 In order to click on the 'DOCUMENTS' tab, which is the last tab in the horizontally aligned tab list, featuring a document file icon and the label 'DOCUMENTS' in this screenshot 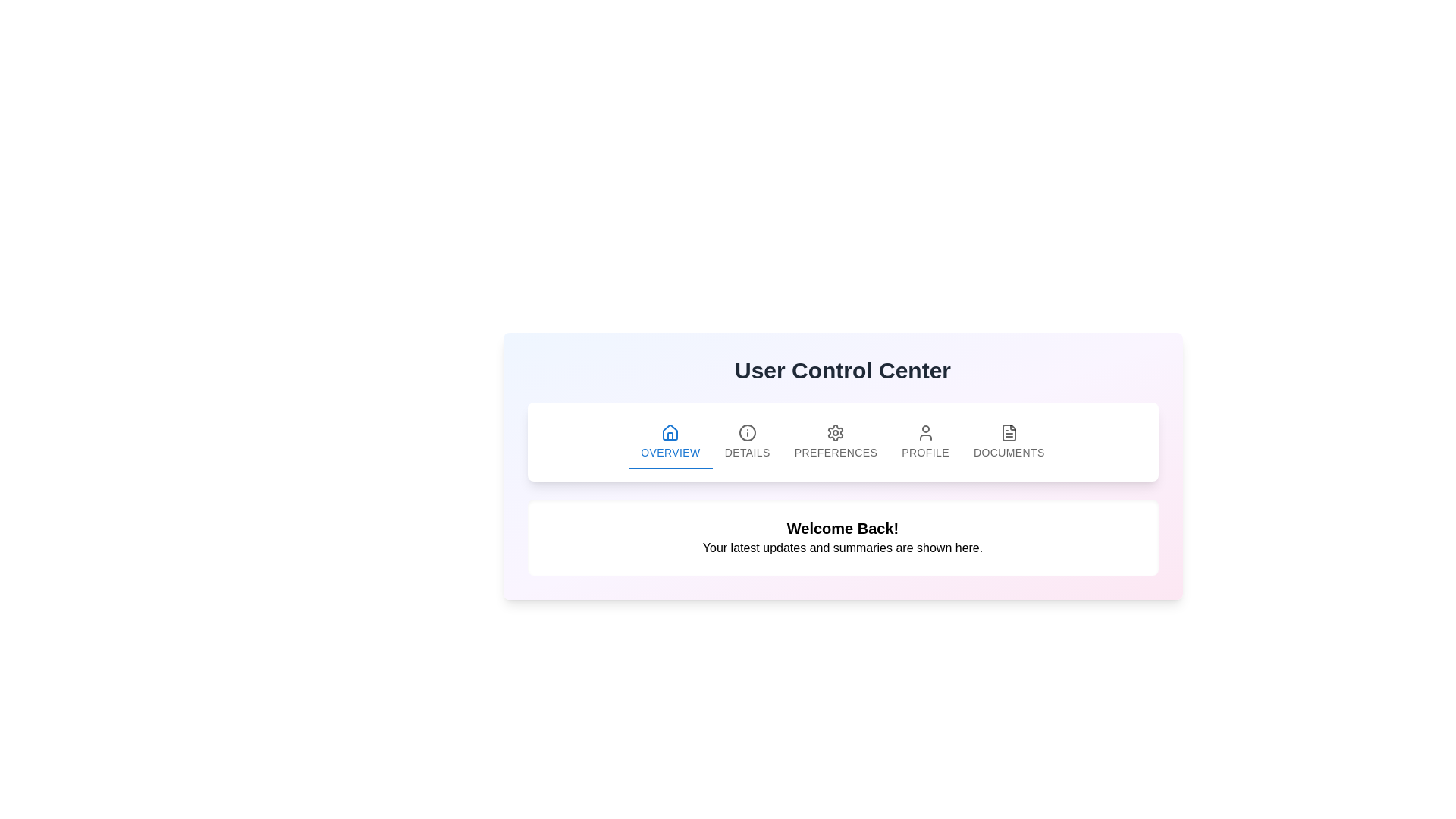, I will do `click(1009, 441)`.